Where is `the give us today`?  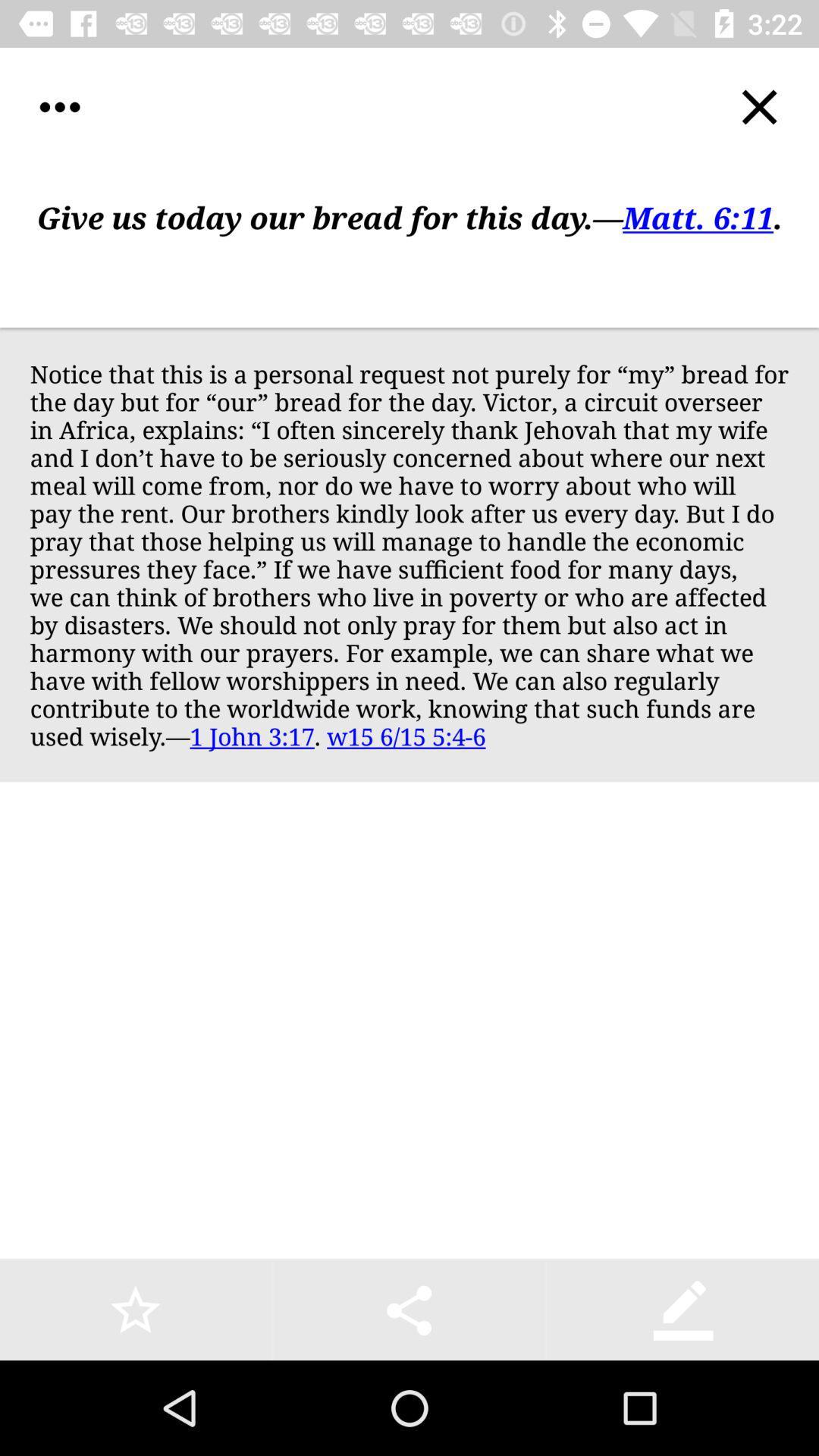
the give us today is located at coordinates (409, 247).